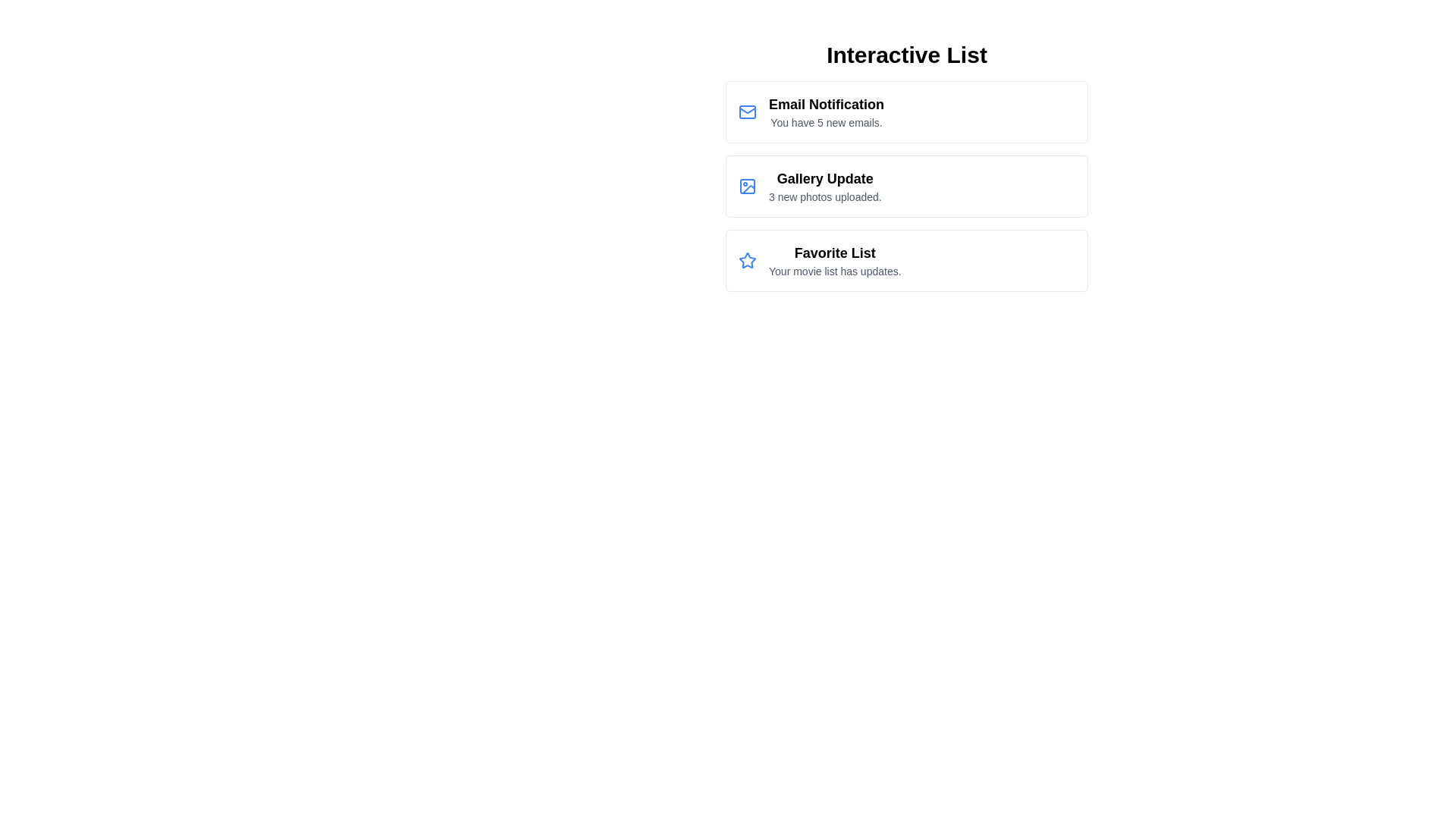 The height and width of the screenshot is (819, 1456). I want to click on the icon corresponding to Favorite List in the list, so click(747, 259).